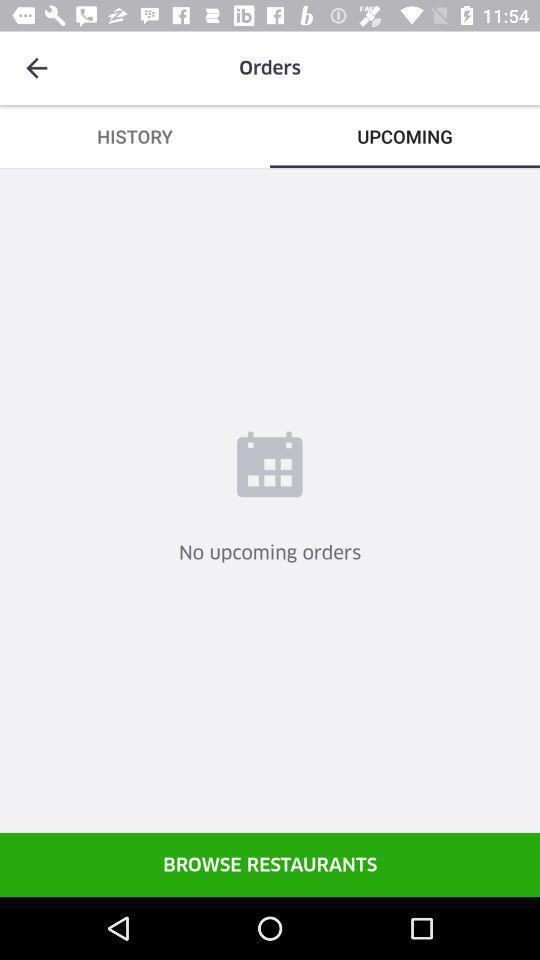  I want to click on icon to the left of the orders icon, so click(36, 68).